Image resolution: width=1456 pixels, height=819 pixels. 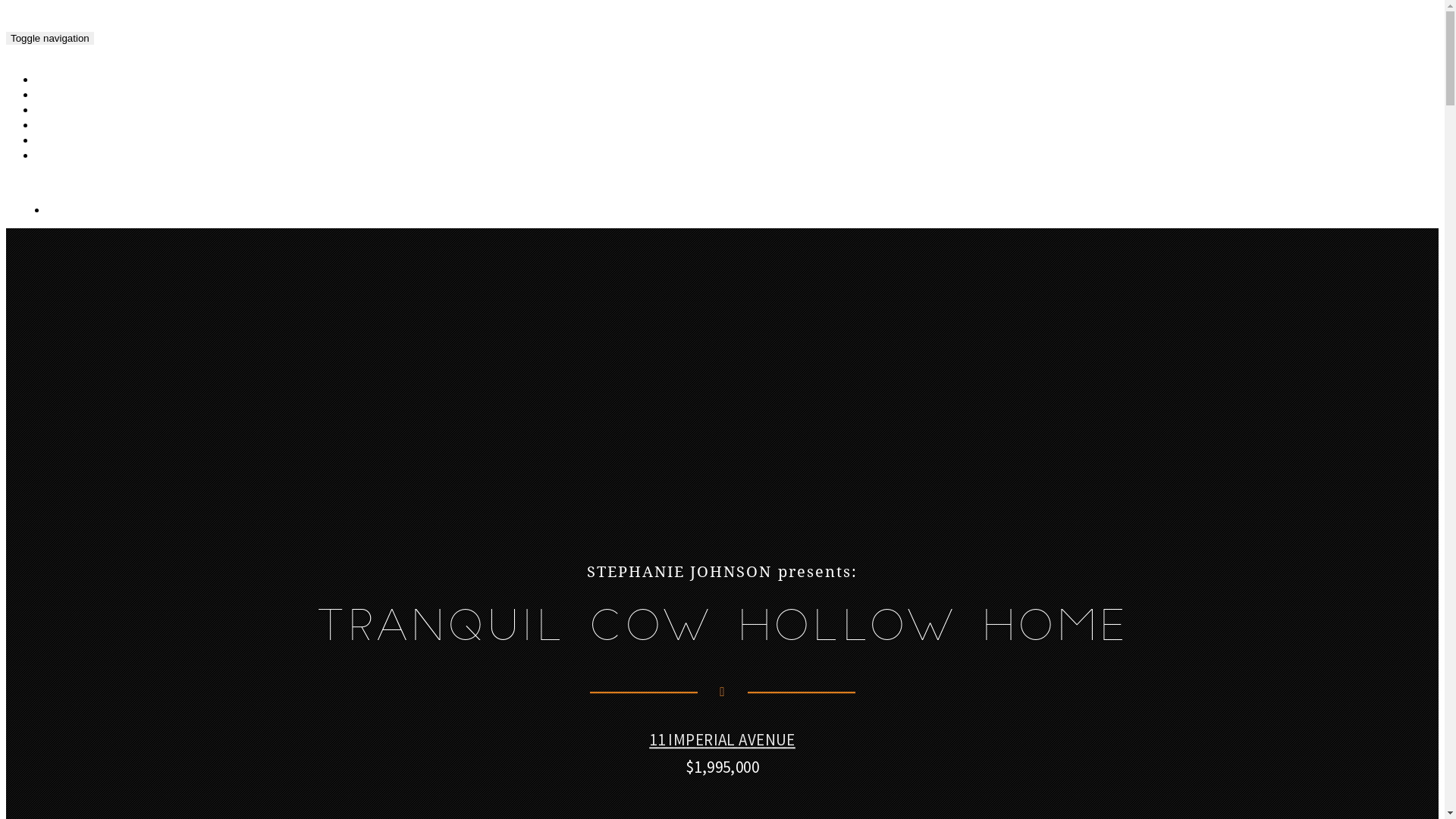 What do you see at coordinates (50, 37) in the screenshot?
I see `'Toggle navigation'` at bounding box center [50, 37].